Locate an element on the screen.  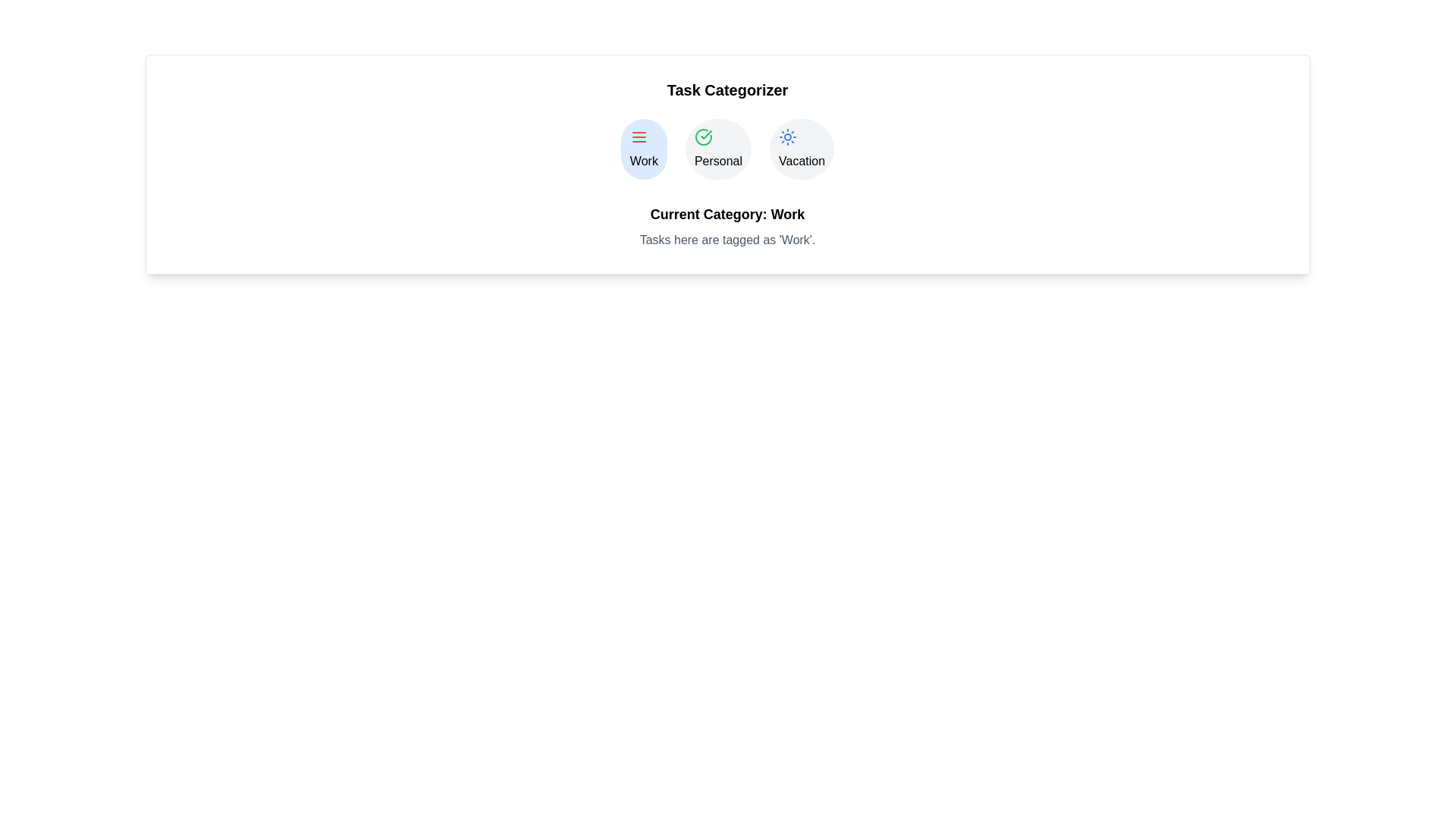
the green circular icon with a checkmark that is located inside the 'Personal' category button, the second button from the left in the category navigation component is located at coordinates (702, 137).